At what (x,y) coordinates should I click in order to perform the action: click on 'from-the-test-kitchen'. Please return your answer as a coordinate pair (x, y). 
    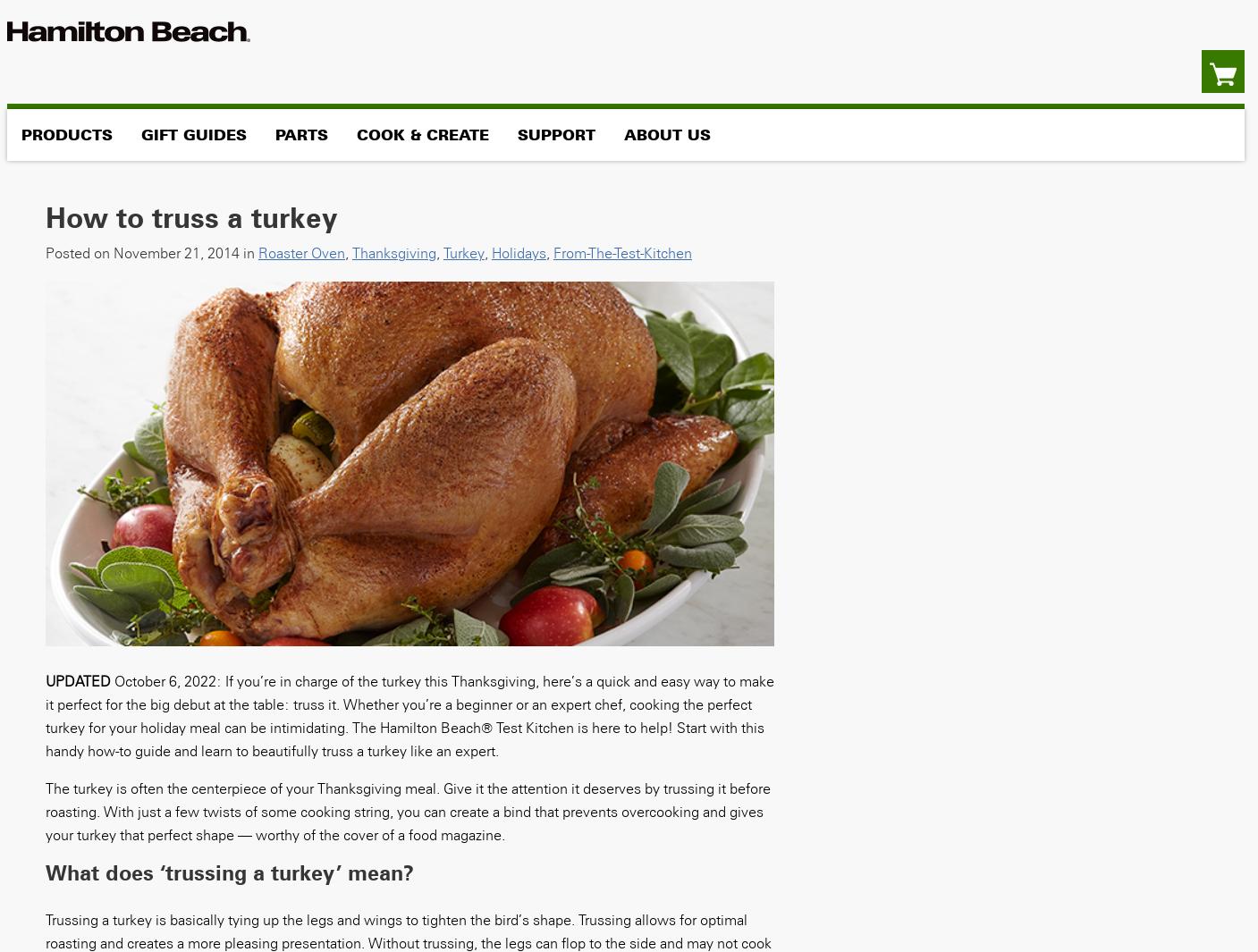
    Looking at the image, I should click on (621, 251).